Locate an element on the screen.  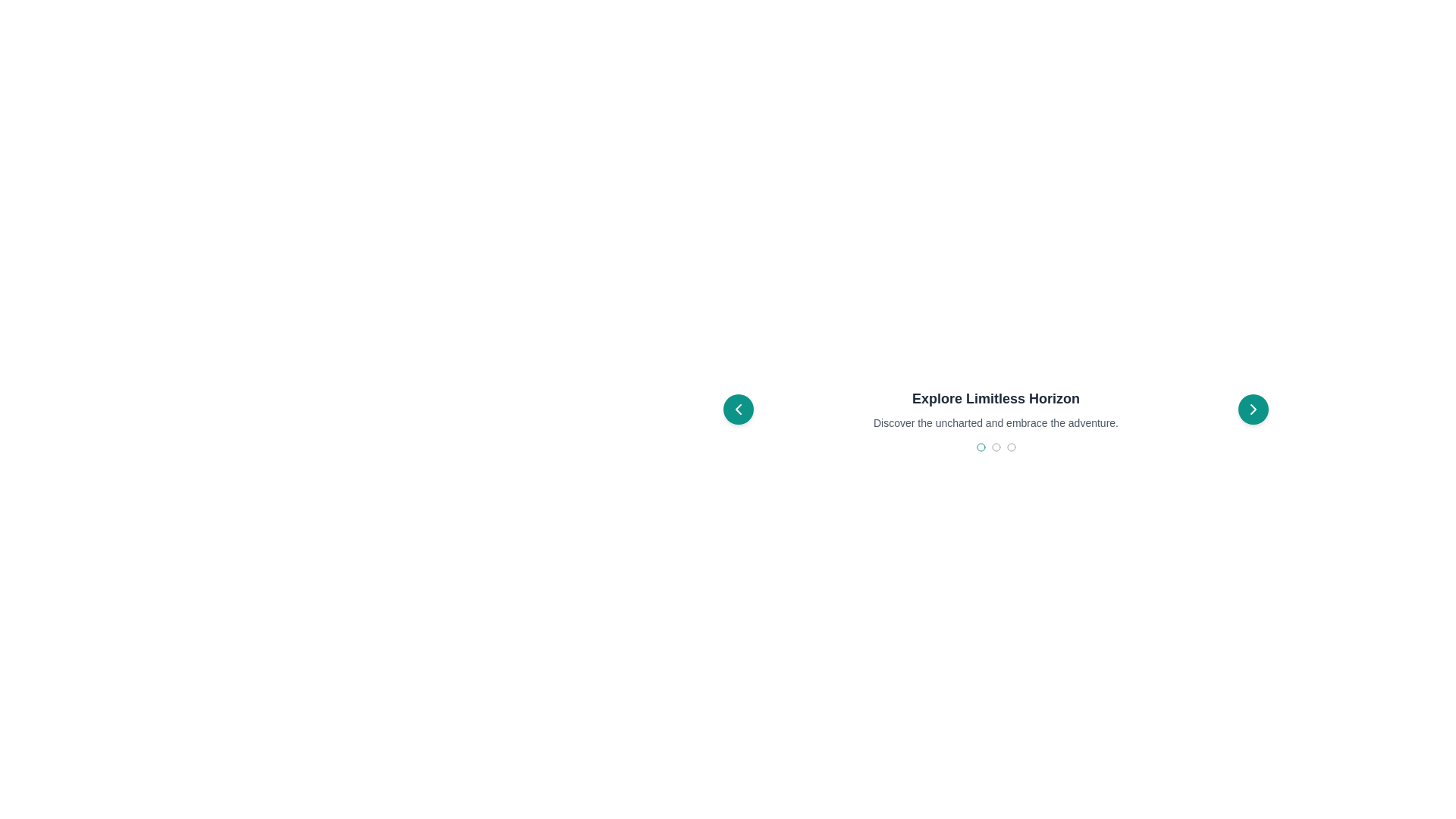
the second gray circular icon in the carousel navigation below the 'Explore Limitless Horizon' text to interact with it is located at coordinates (996, 447).